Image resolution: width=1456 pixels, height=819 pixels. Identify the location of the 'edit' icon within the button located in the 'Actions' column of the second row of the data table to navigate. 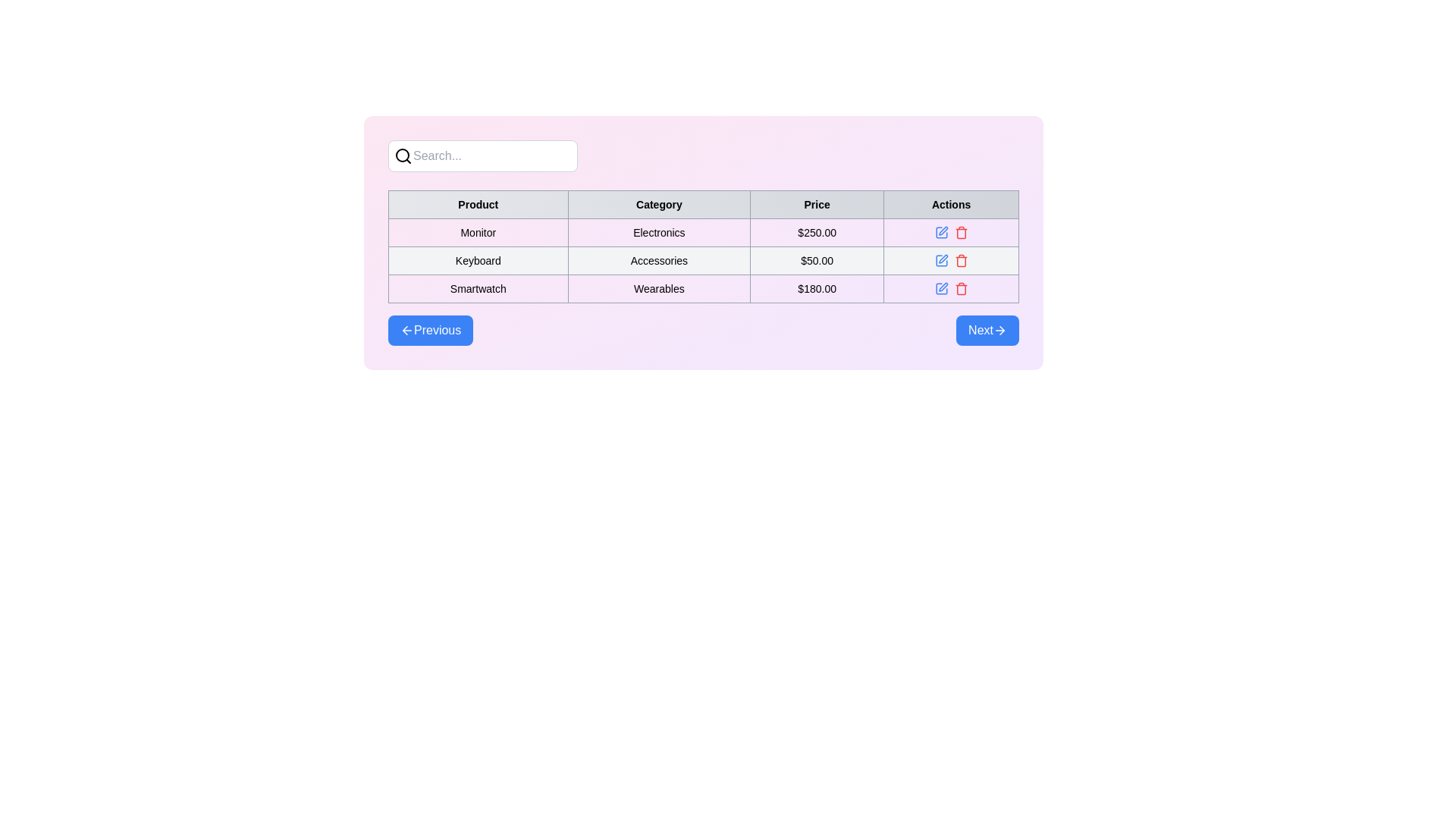
(940, 233).